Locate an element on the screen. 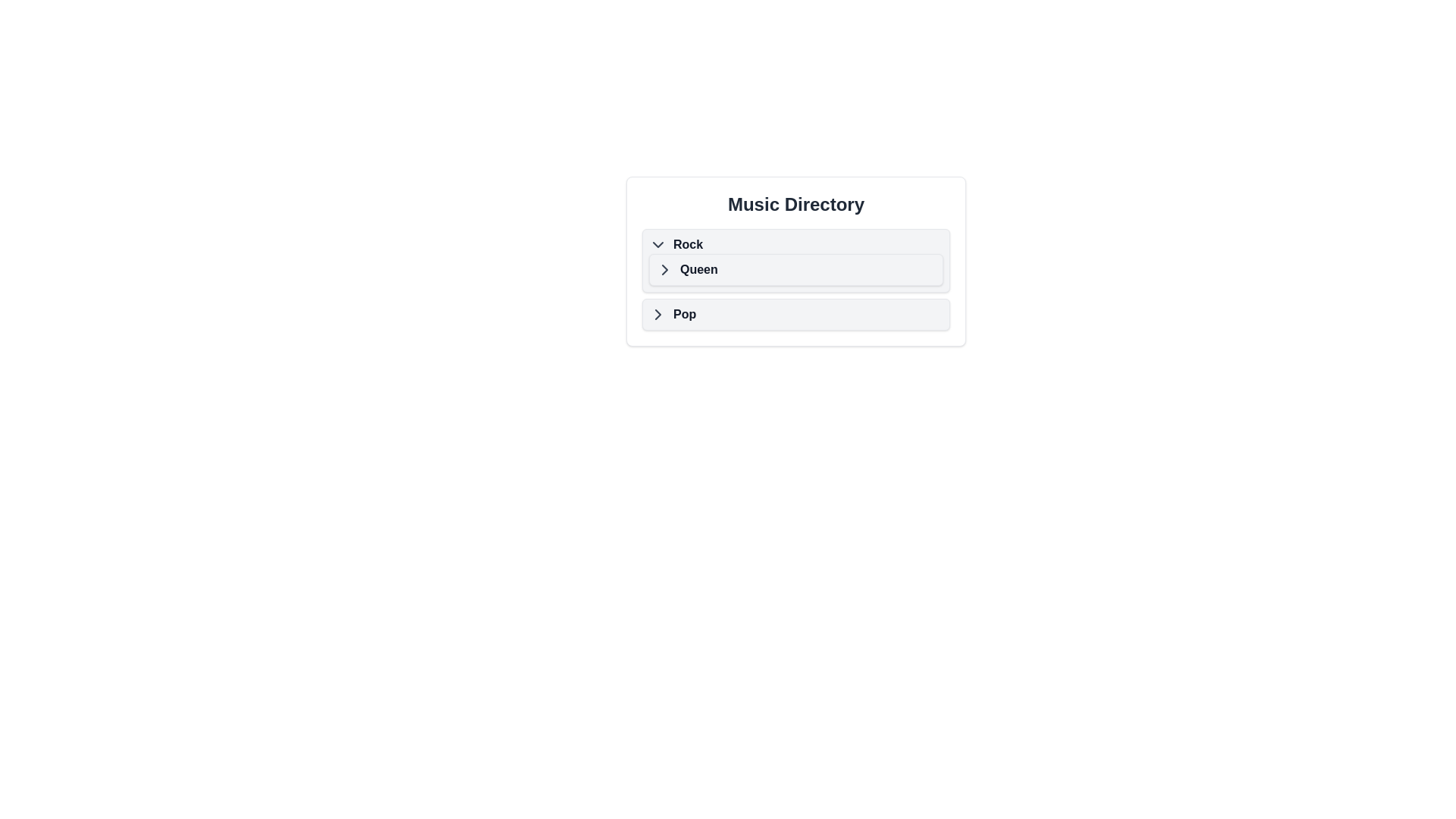  the selectable list item positioned below 'Rock' and 'Queen' is located at coordinates (795, 314).